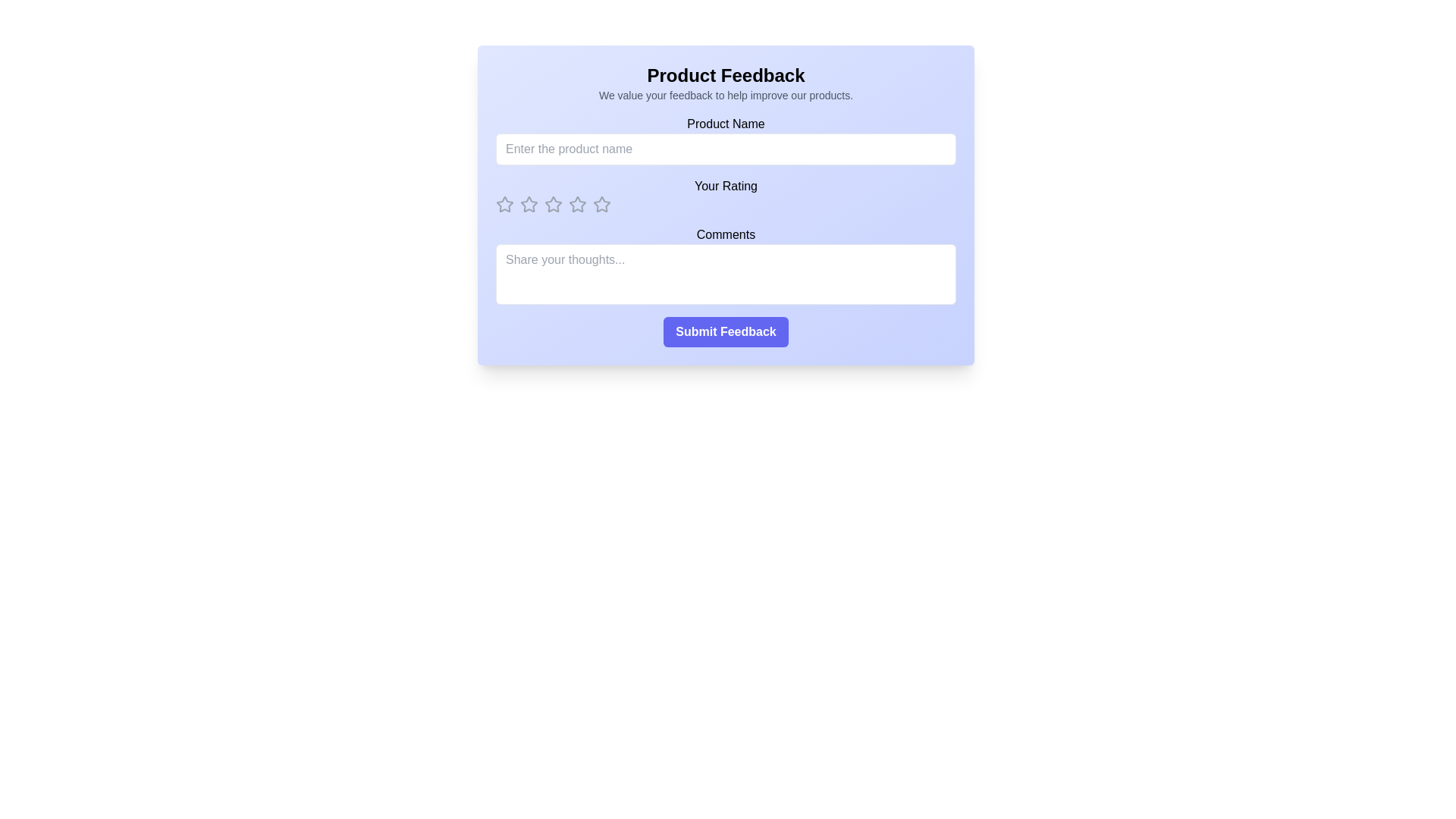 The width and height of the screenshot is (1456, 819). What do you see at coordinates (601, 203) in the screenshot?
I see `the second star-shaped icon in the rating section of the feedback form` at bounding box center [601, 203].